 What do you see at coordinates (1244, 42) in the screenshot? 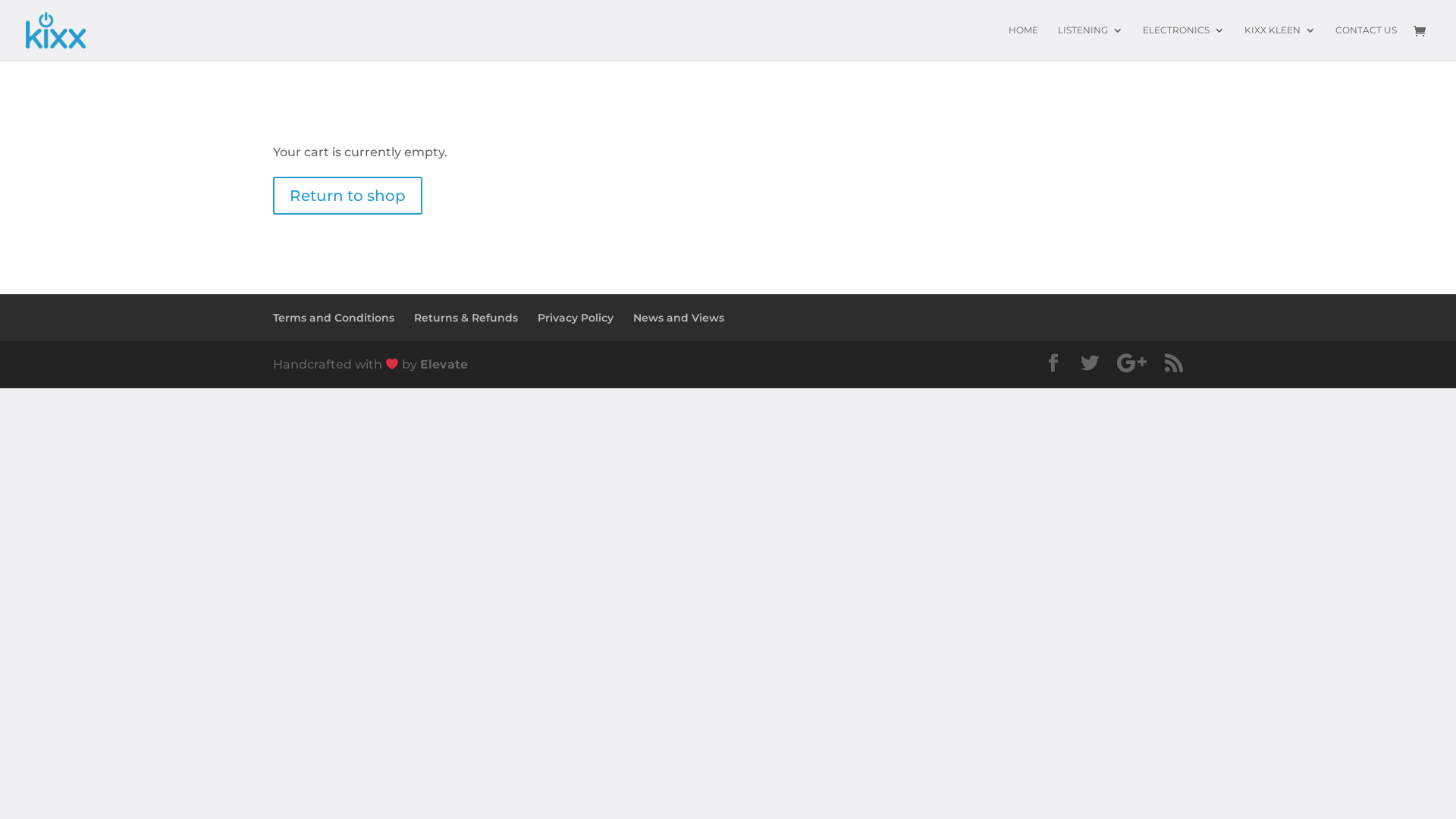
I see `'KIXX KLEEN'` at bounding box center [1244, 42].